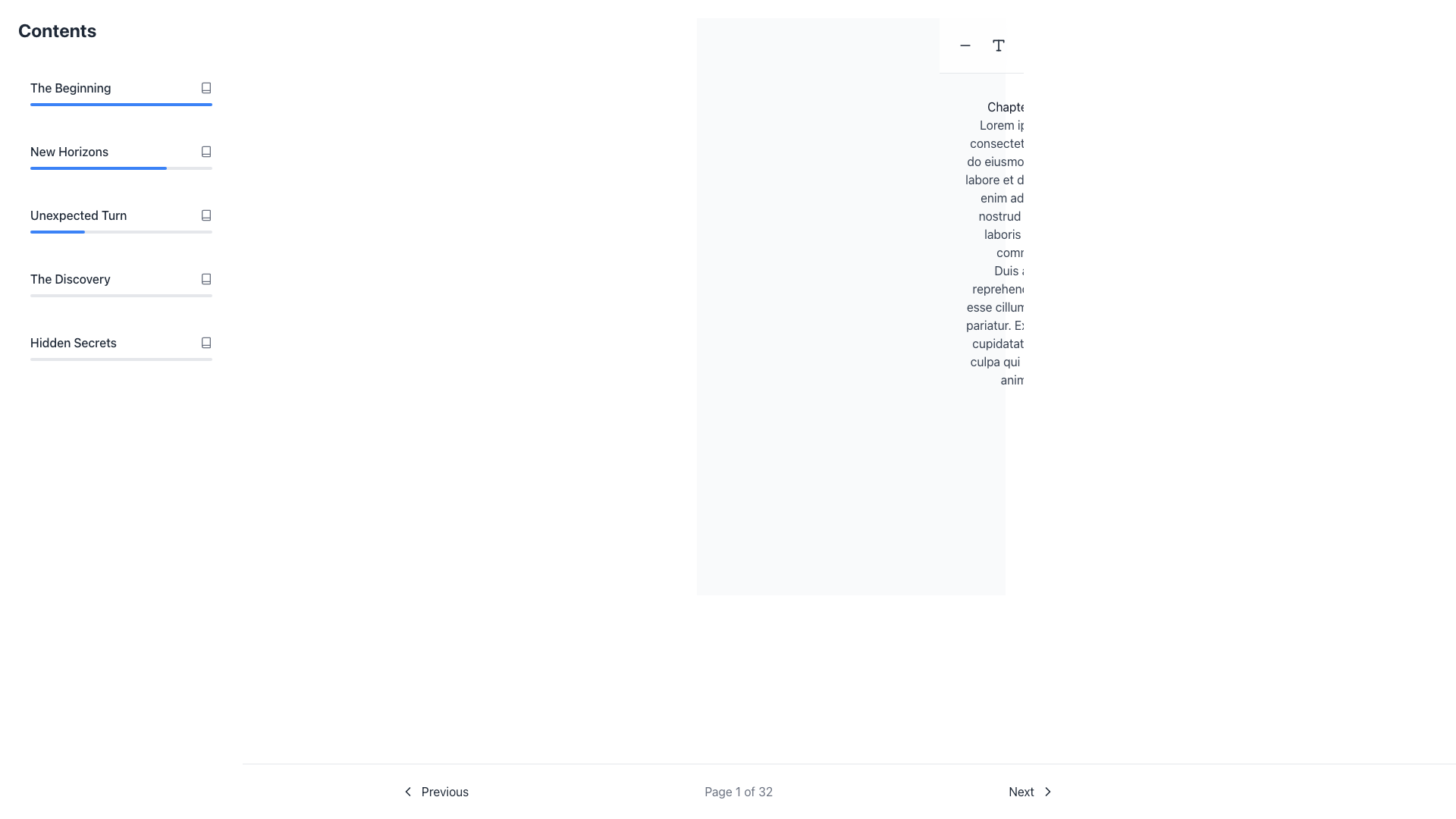 Image resolution: width=1456 pixels, height=819 pixels. What do you see at coordinates (120, 87) in the screenshot?
I see `the first item labeled 'Contents' in the vertically stacked navigation list, which serves as a navigational link to the respective chapter or section` at bounding box center [120, 87].